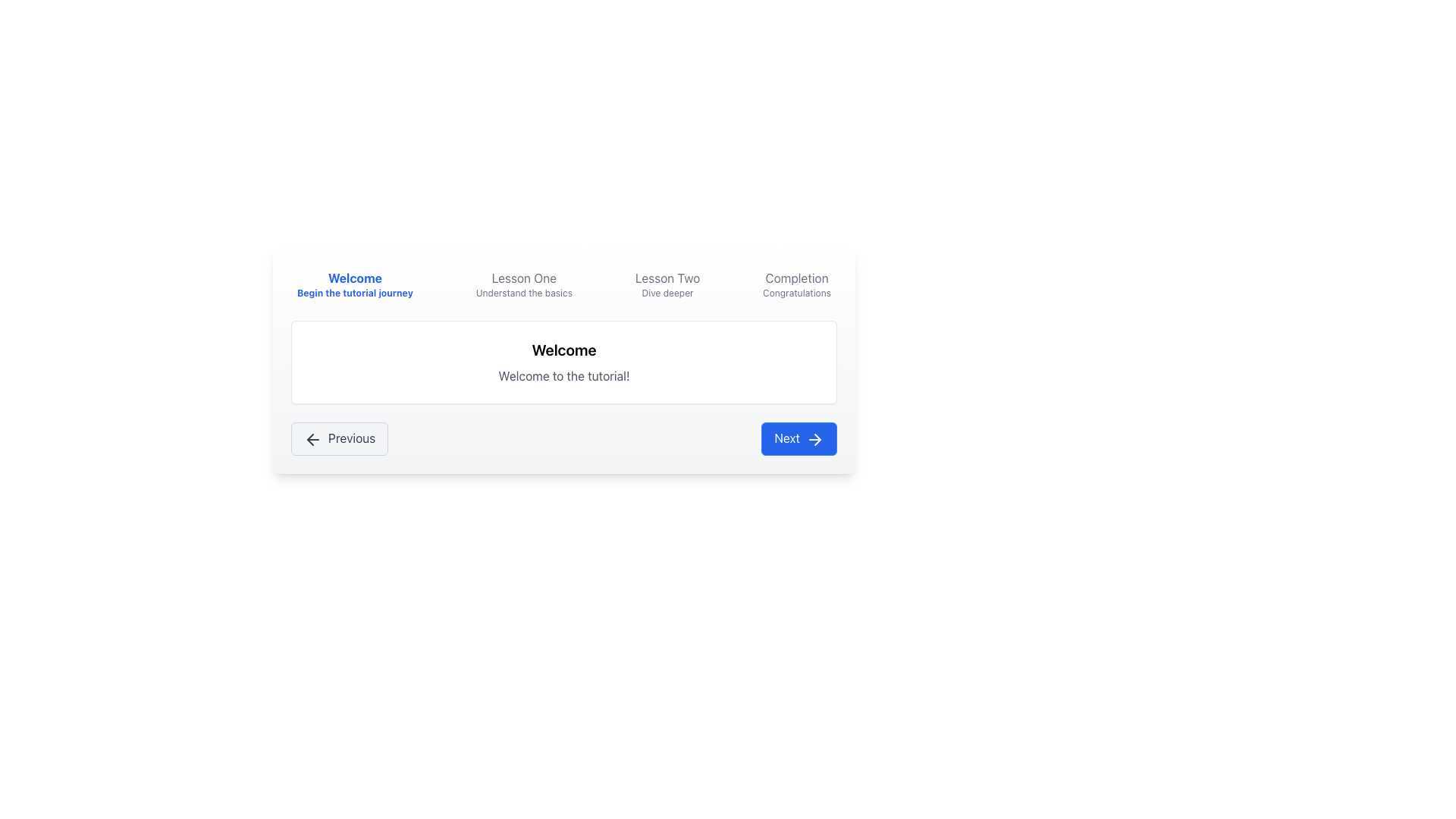  I want to click on the Navigation Label containing the text 'Lesson Two', which is part of the horizontal navigation bar positioned third from the left near the top-center of the main interface, so click(667, 278).